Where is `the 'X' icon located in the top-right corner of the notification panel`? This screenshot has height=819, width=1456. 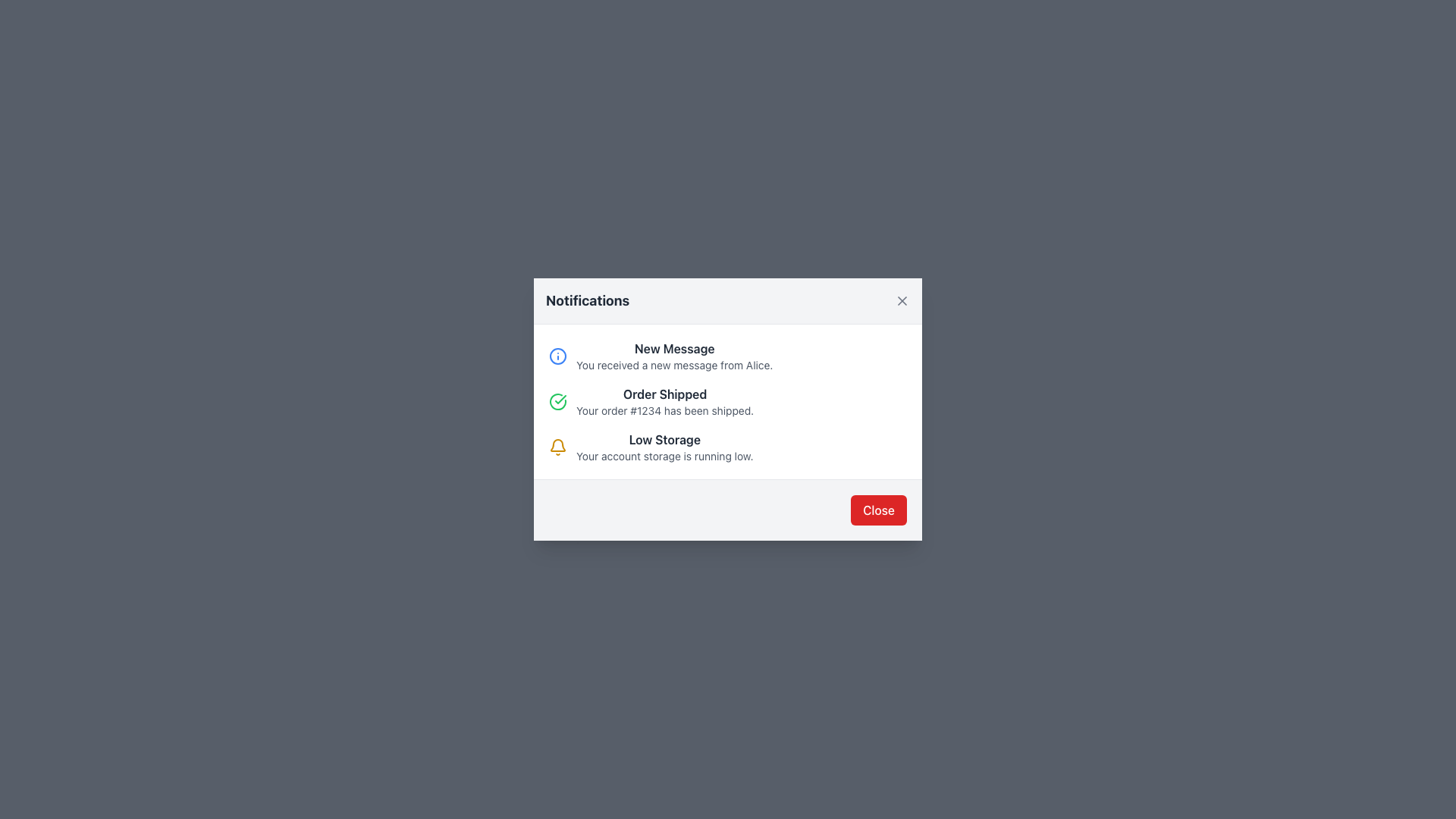
the 'X' icon located in the top-right corner of the notification panel is located at coordinates (902, 301).